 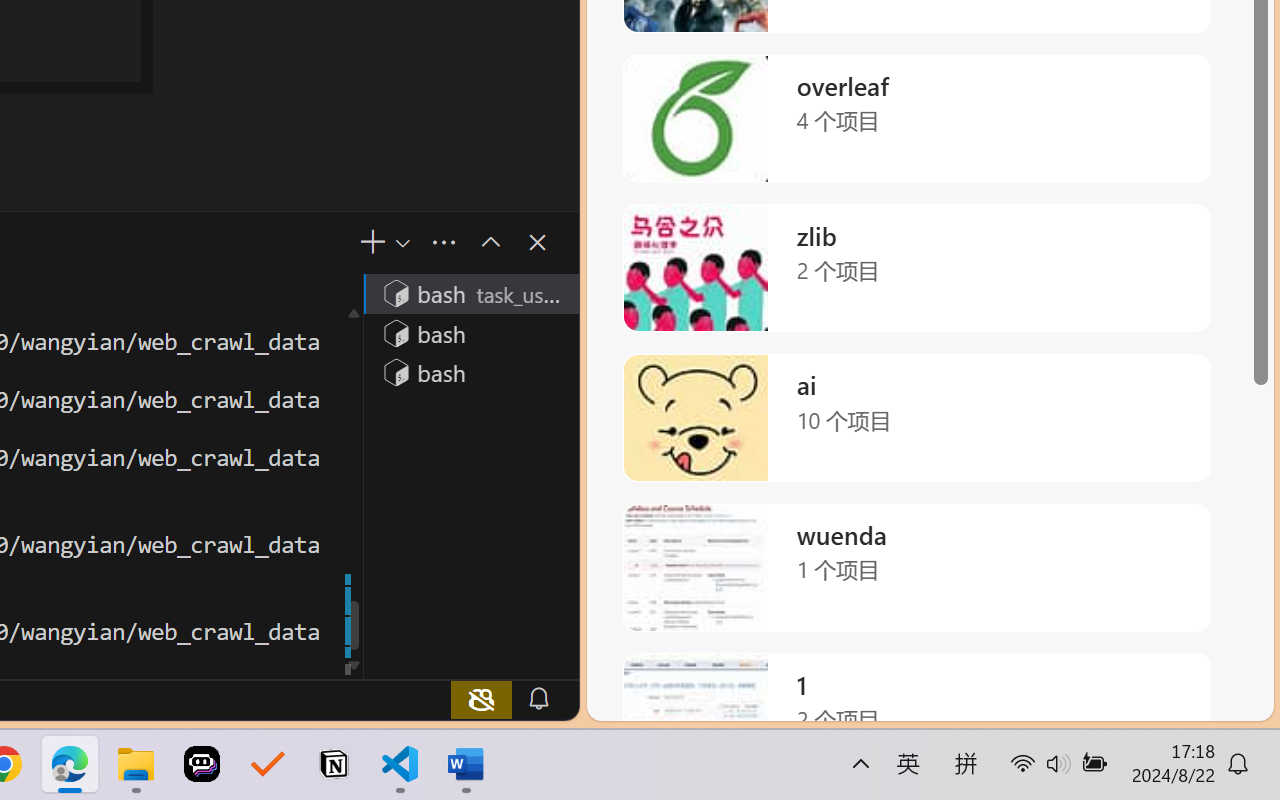 What do you see at coordinates (469, 331) in the screenshot?
I see `'Terminal 2 bash'` at bounding box center [469, 331].